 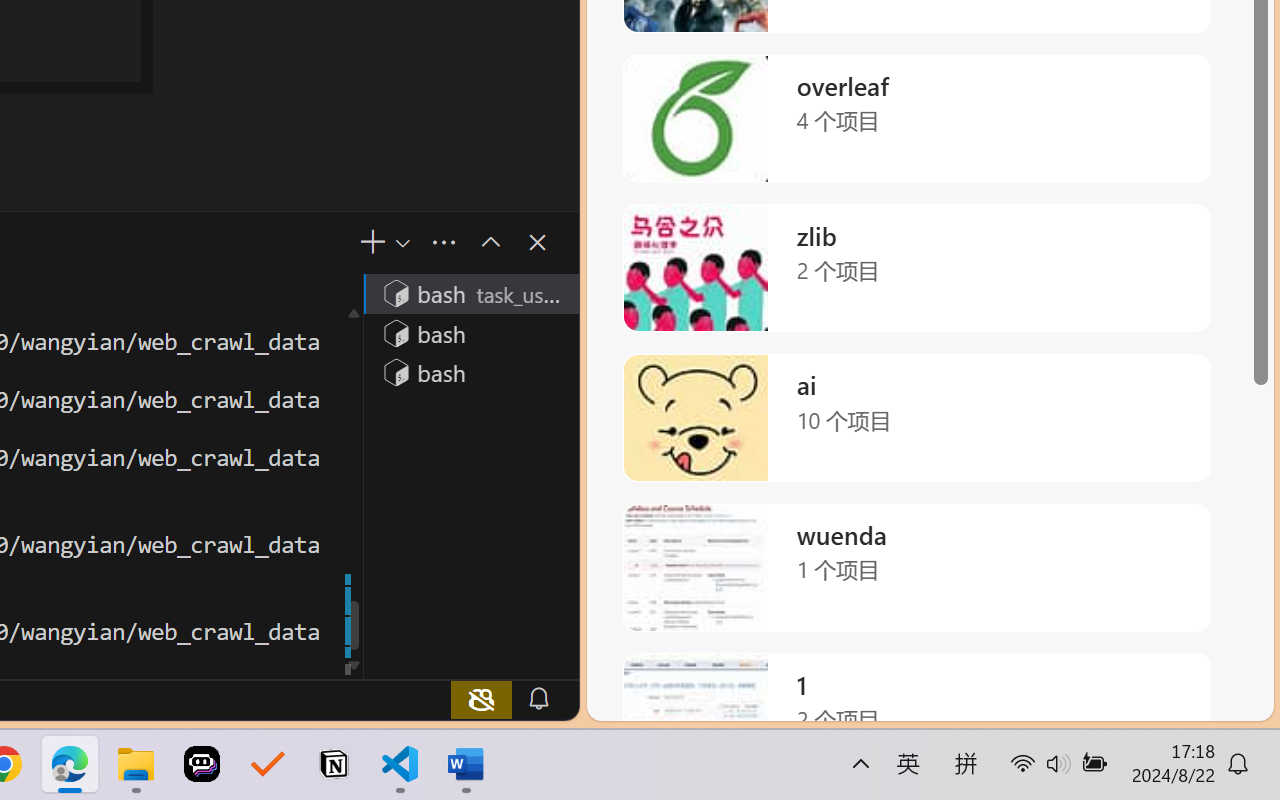 What do you see at coordinates (469, 331) in the screenshot?
I see `'Terminal 2 bash'` at bounding box center [469, 331].